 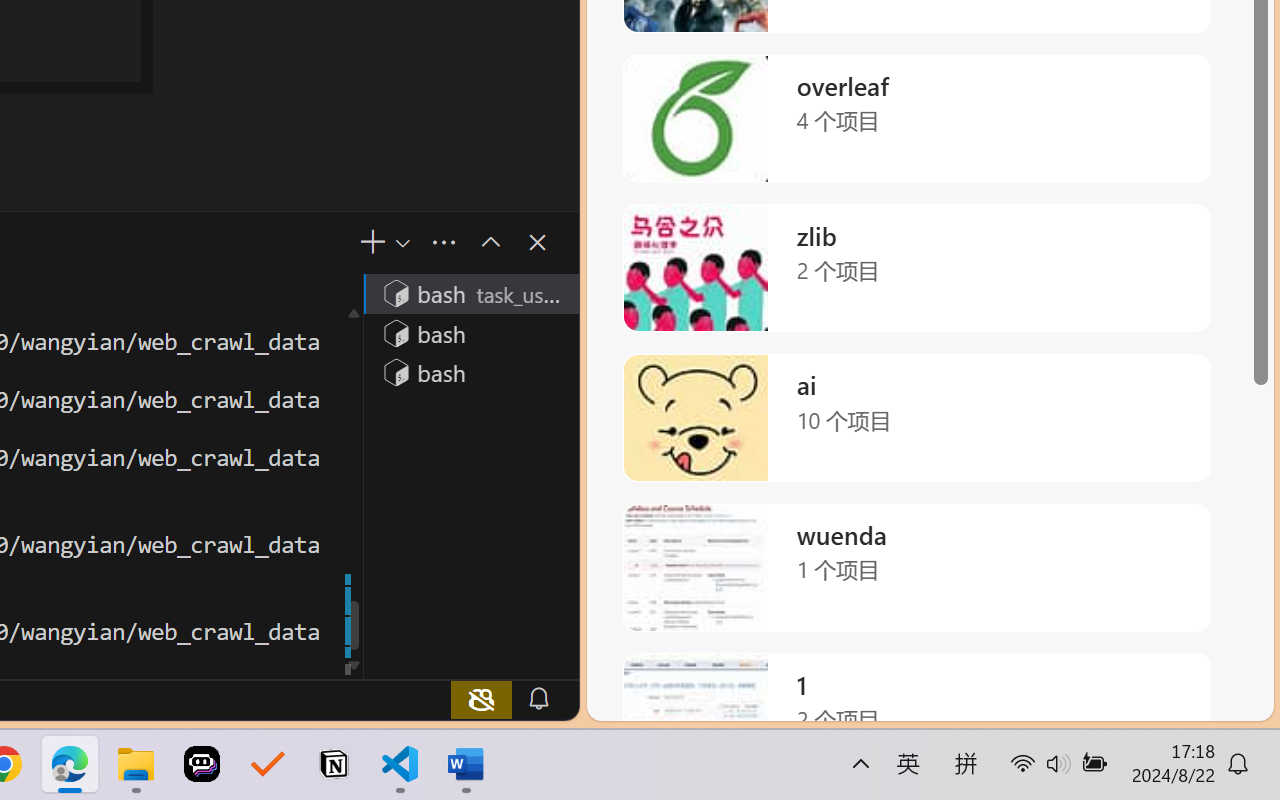 What do you see at coordinates (469, 331) in the screenshot?
I see `'Terminal 2 bash'` at bounding box center [469, 331].